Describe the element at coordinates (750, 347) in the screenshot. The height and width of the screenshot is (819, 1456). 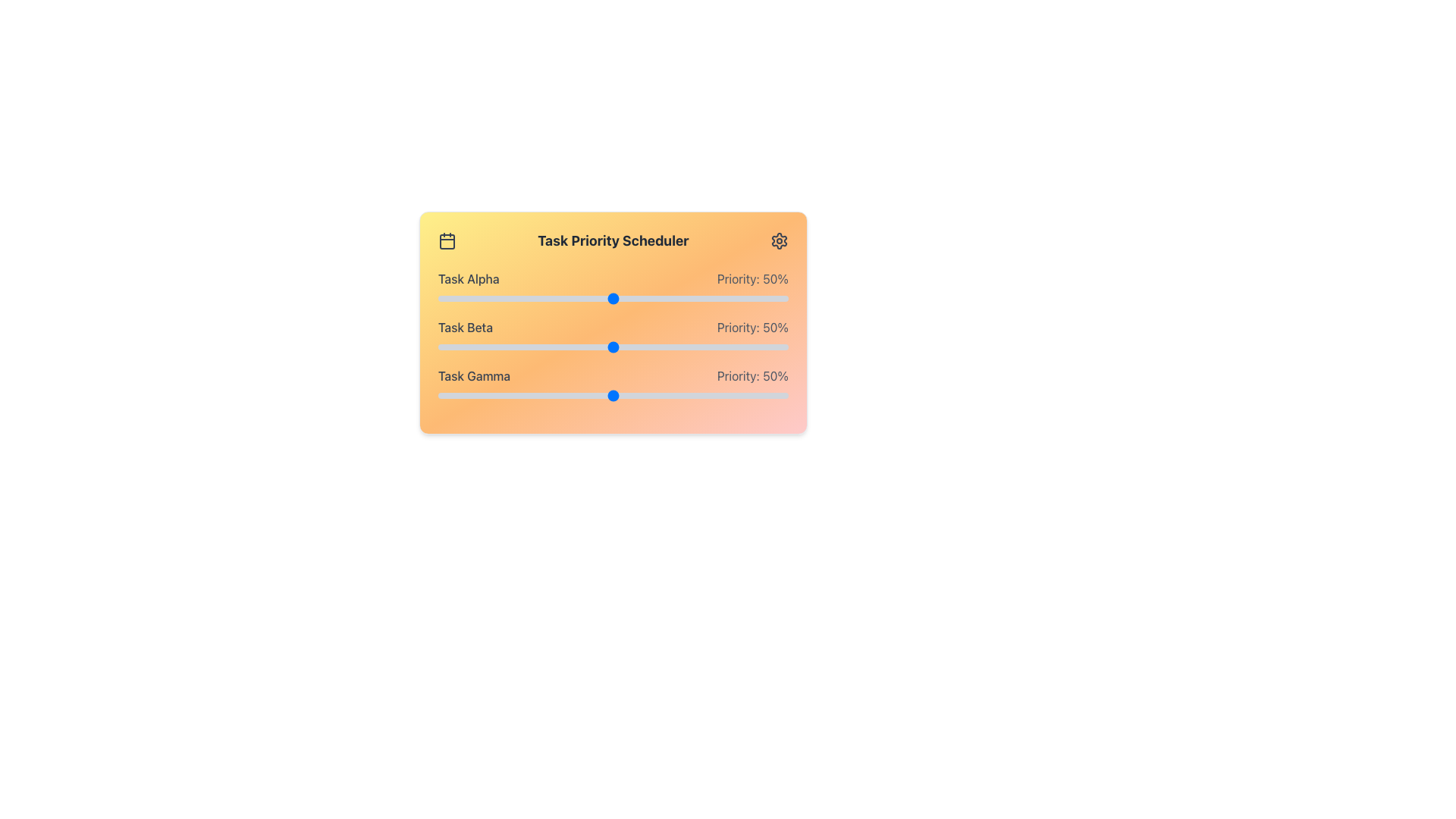
I see `the priority of Task Beta` at that location.